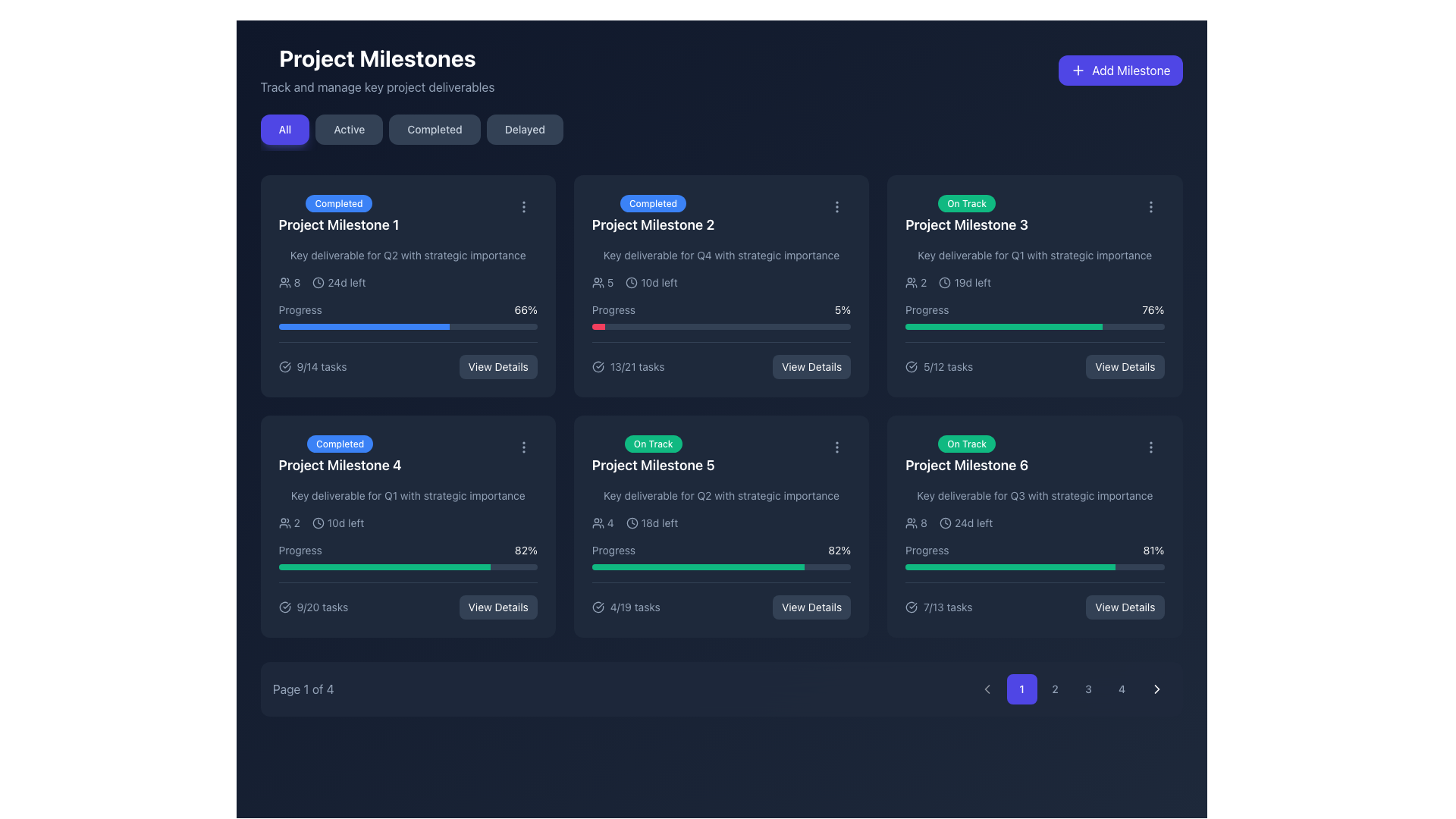 Image resolution: width=1456 pixels, height=819 pixels. What do you see at coordinates (1125, 607) in the screenshot?
I see `the 'View Details' button with a navy background and rounded corners located in the bottom-right corner of the card for 'Project Milestone 6'` at bounding box center [1125, 607].